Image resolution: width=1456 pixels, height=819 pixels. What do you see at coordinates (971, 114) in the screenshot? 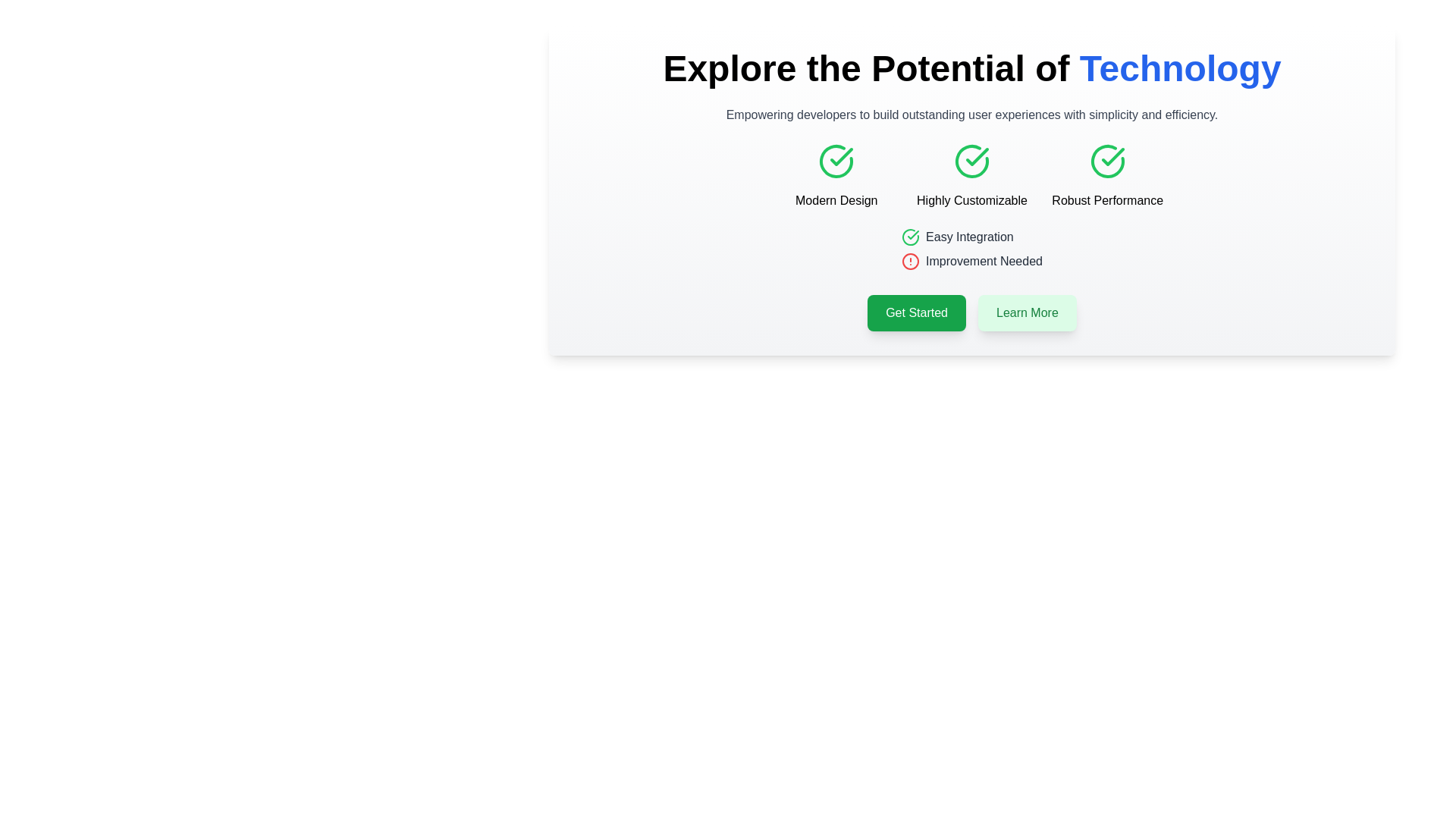
I see `the text block stating 'Empowering developers to build outstanding user experiences with simplicity and efficiency.' located below the heading 'Explore the Potential of Technology'` at bounding box center [971, 114].